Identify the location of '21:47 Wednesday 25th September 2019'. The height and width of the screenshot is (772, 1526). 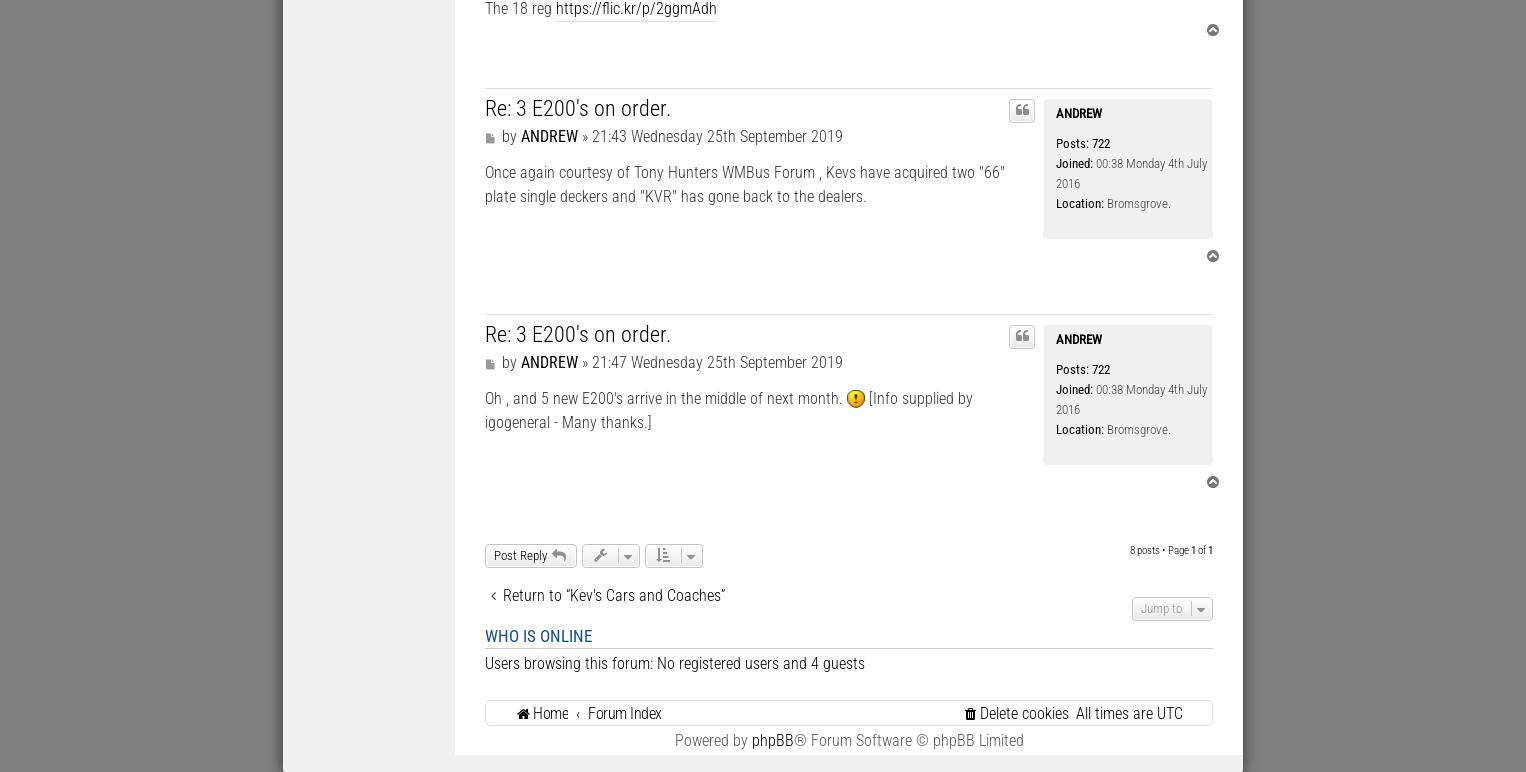
(716, 361).